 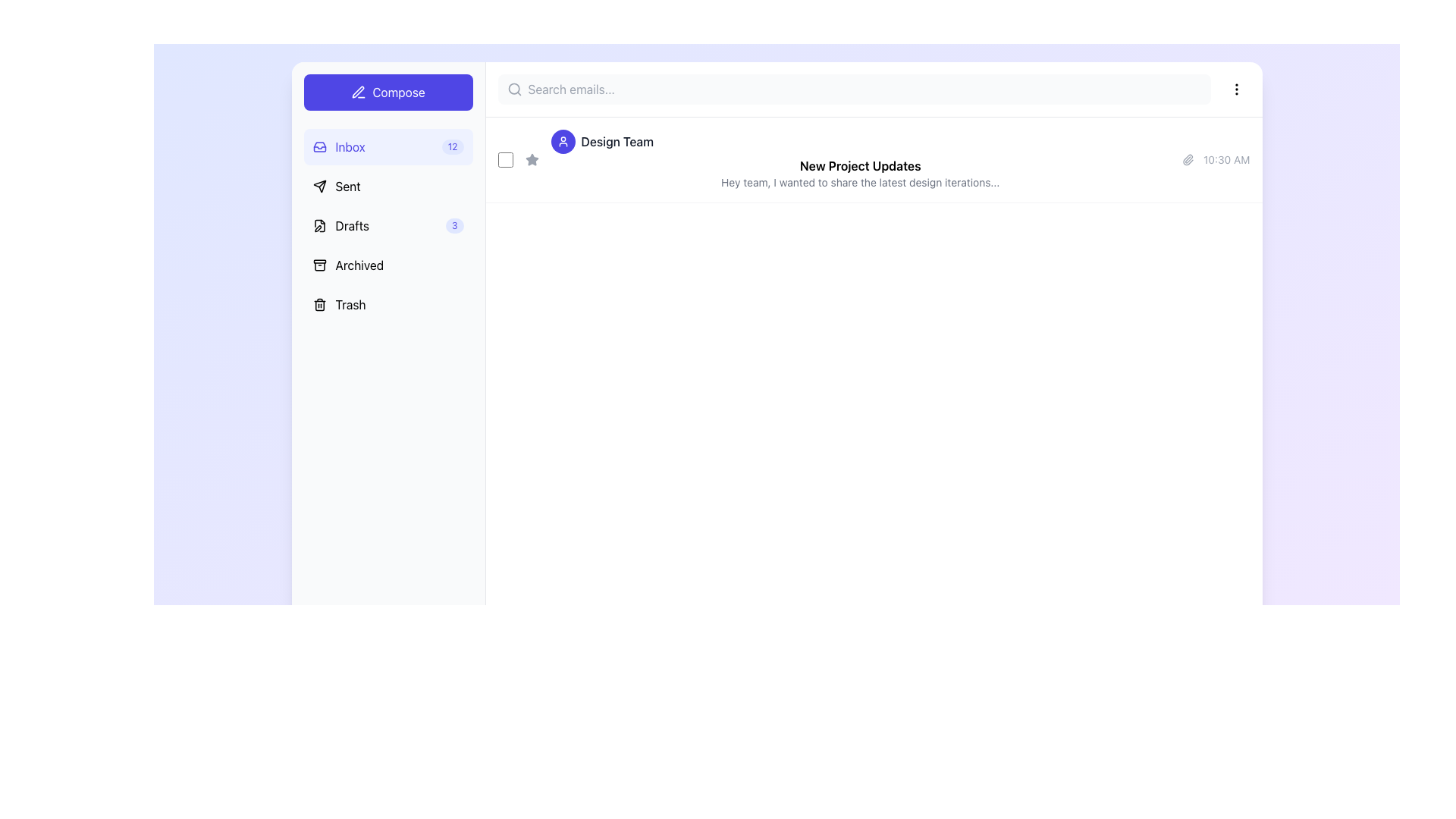 I want to click on the star icon, which is a gray five-pointed star located adjacent to the checkbox and slightly to the left of the user avatar icon, so click(x=532, y=159).